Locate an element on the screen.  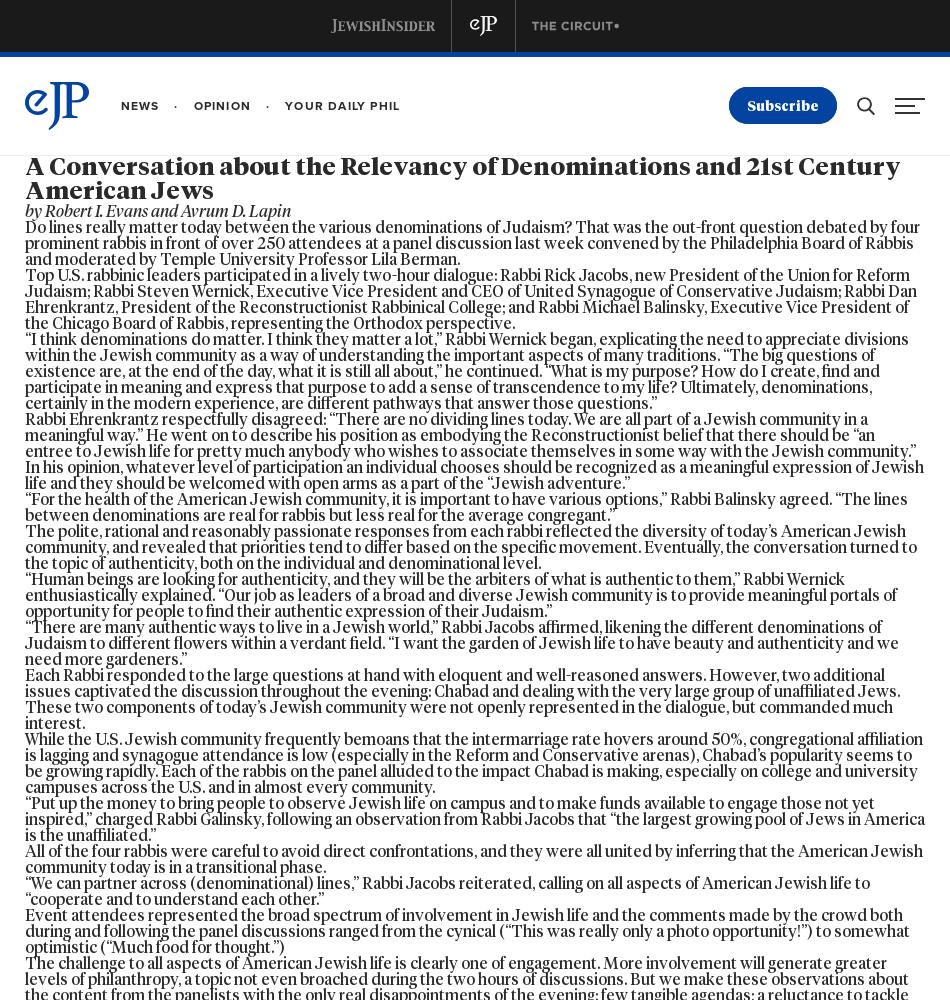
'The polite, rational and reasonably passionate responses from each rabbi reflected the diversity of today’s American Jewish community, and revealed that priorities tend to differ based on the specific movement. Eventually, the conversation turned to the topic of authenticity, both on the individual and denominational level.' is located at coordinates (470, 547).